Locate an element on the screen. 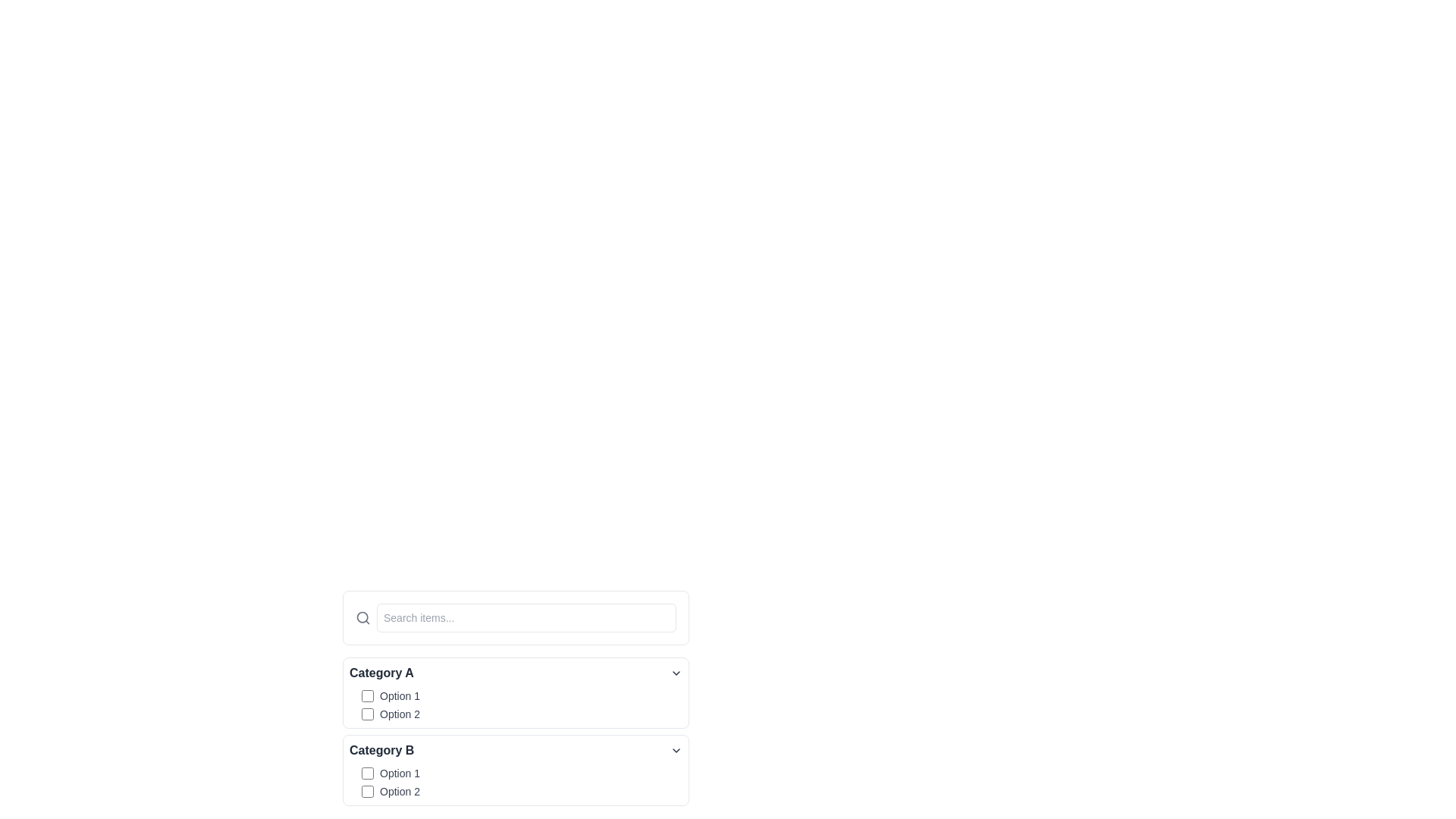  the second checkbox option located under the 'Category B' section is located at coordinates (522, 791).